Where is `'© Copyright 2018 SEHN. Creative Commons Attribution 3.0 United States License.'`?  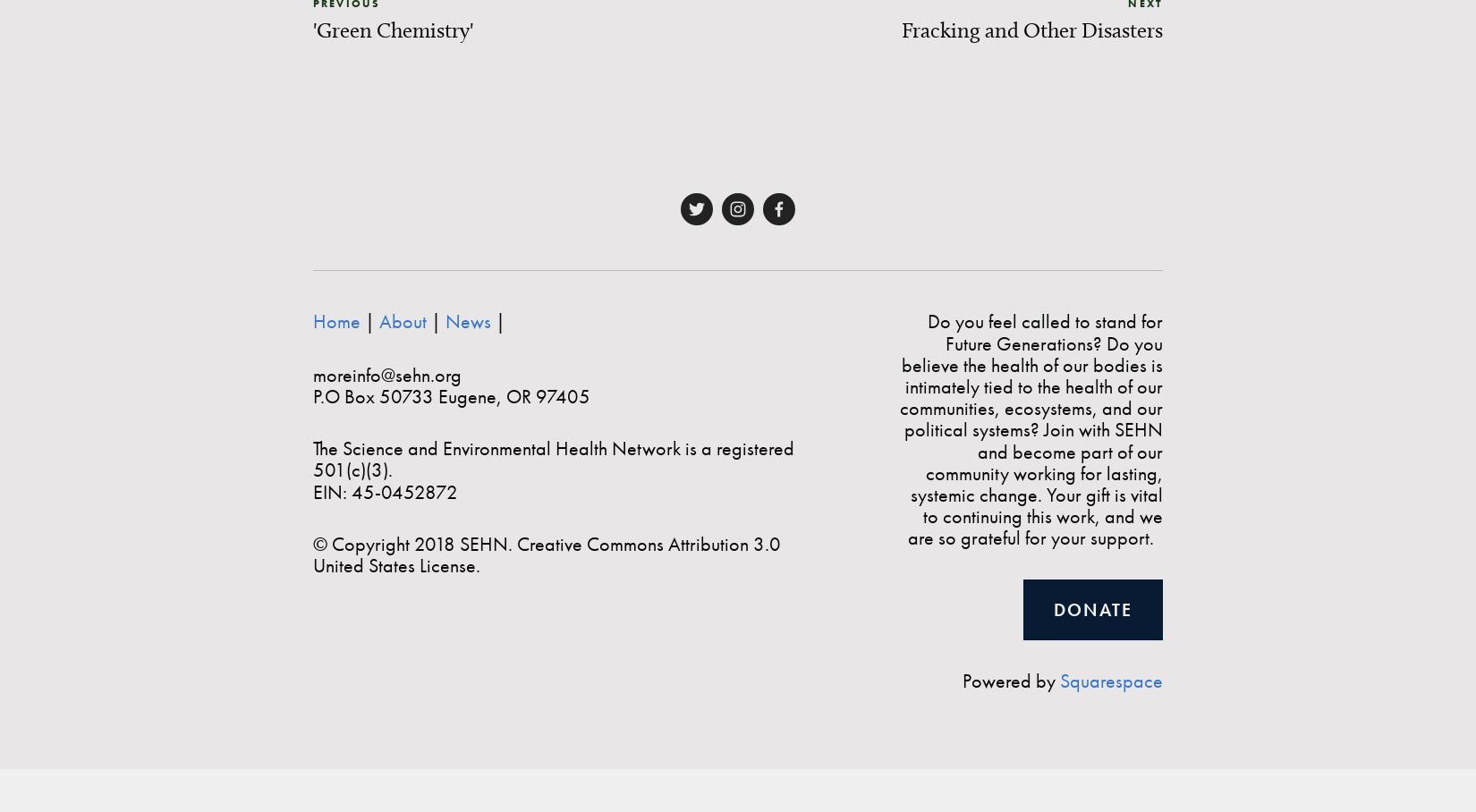
'© Copyright 2018 SEHN. Creative Commons Attribution 3.0 United States License.' is located at coordinates (547, 553).